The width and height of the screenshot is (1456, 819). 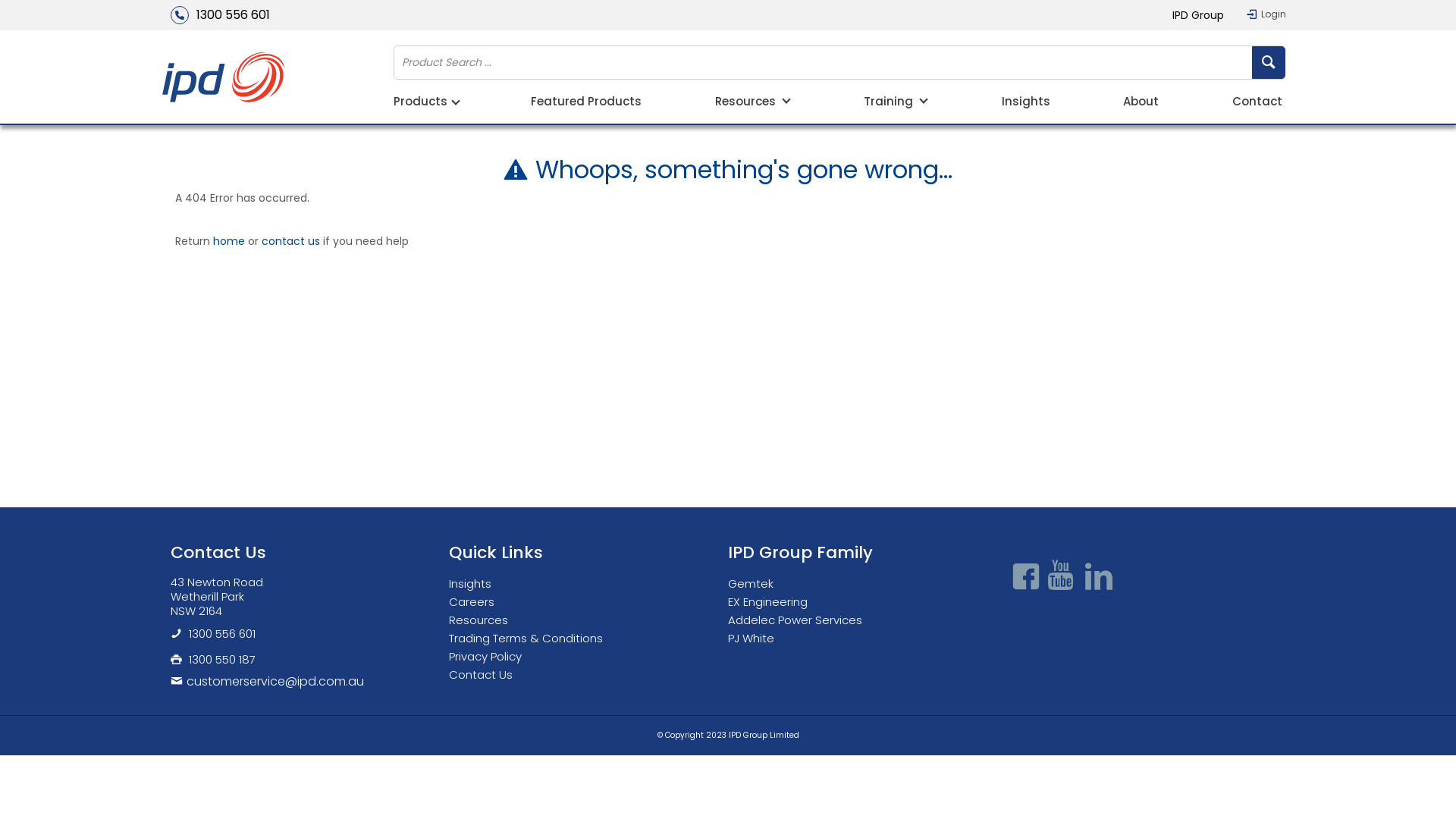 What do you see at coordinates (529, 638) in the screenshot?
I see `'Trading Terms & Conditions'` at bounding box center [529, 638].